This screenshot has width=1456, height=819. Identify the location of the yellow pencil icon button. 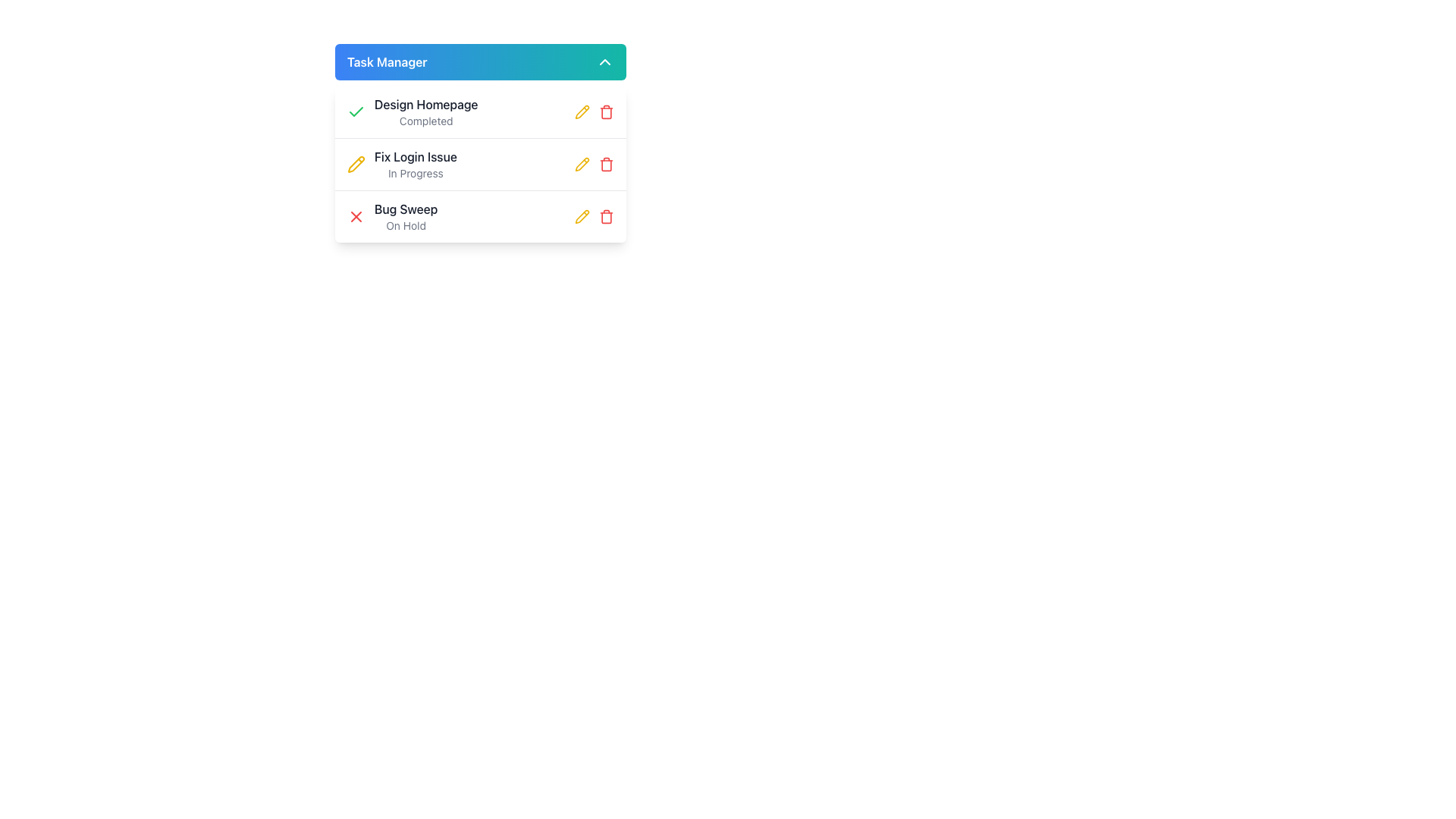
(582, 111).